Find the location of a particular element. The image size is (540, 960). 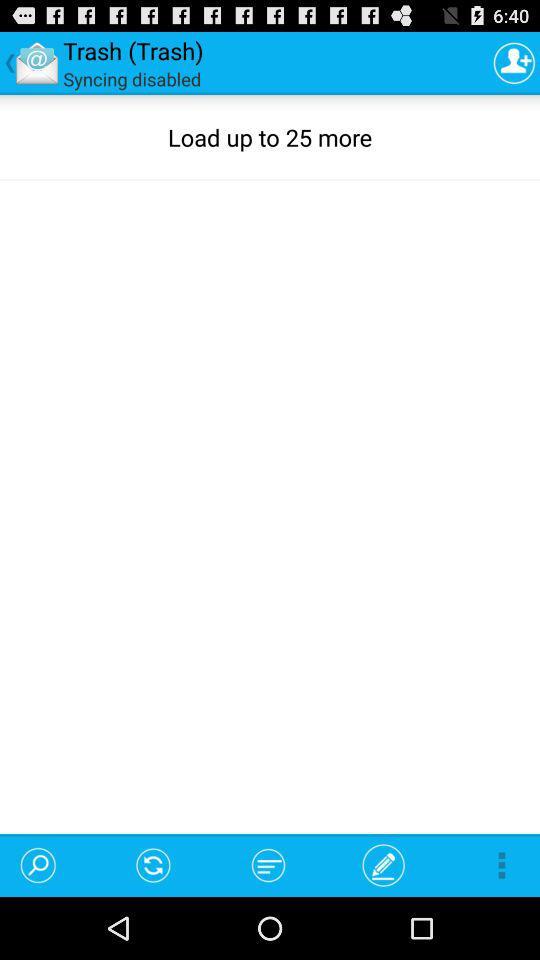

item below the load up to app is located at coordinates (152, 864).